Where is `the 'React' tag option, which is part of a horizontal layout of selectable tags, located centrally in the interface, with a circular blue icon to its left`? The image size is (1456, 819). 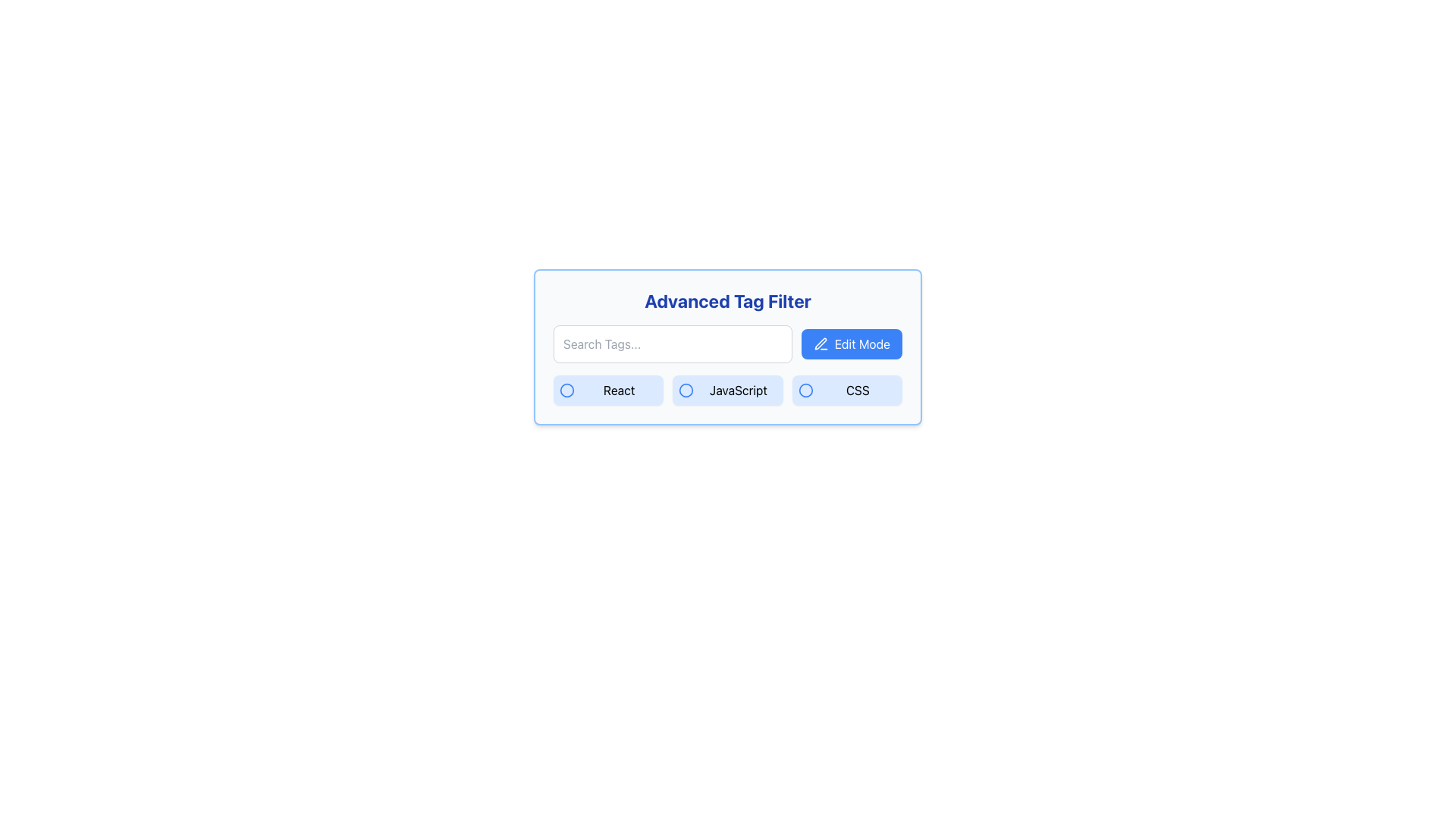
the 'React' tag option, which is part of a horizontal layout of selectable tags, located centrally in the interface, with a circular blue icon to its left is located at coordinates (619, 390).